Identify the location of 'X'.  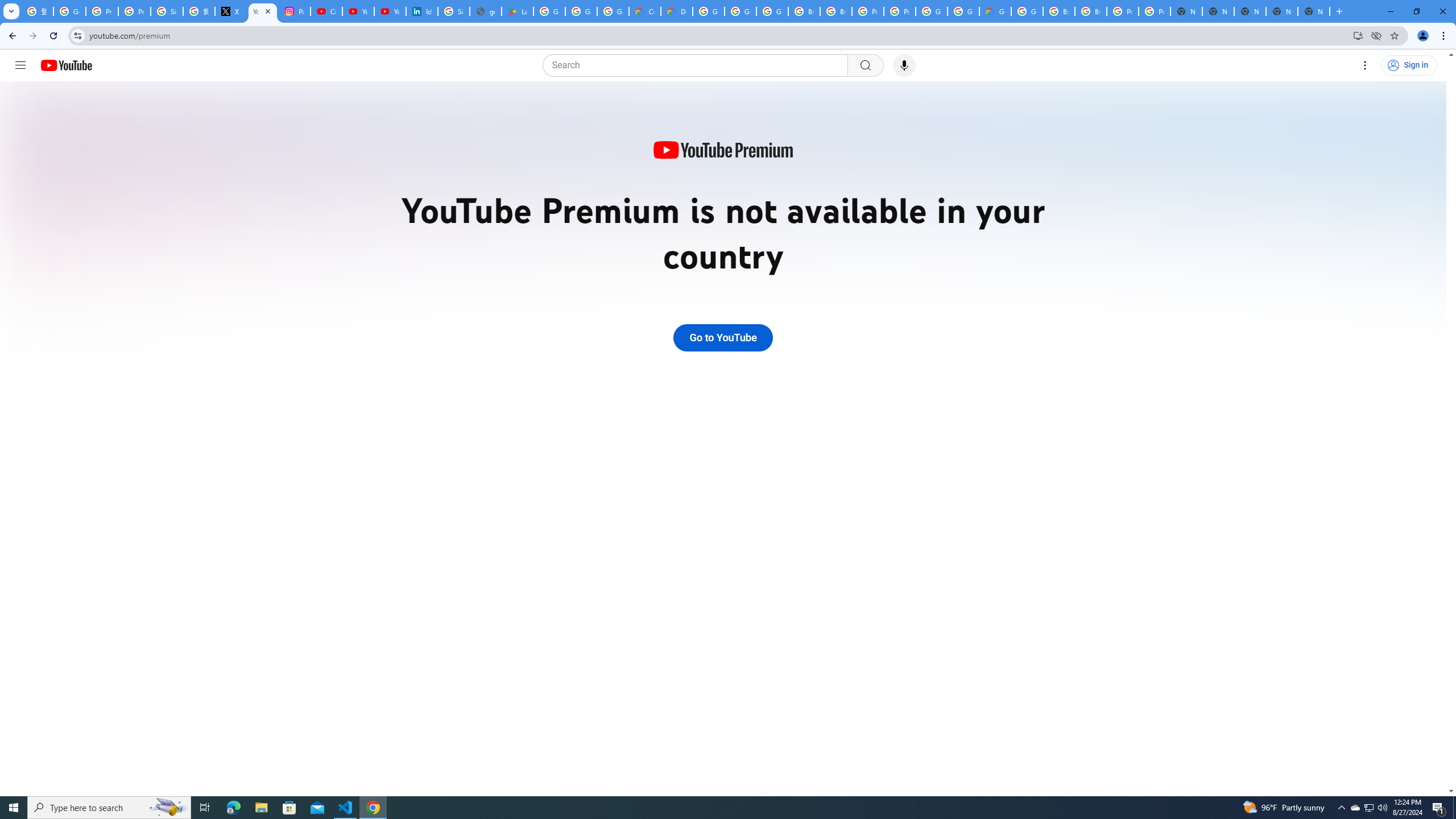
(230, 11).